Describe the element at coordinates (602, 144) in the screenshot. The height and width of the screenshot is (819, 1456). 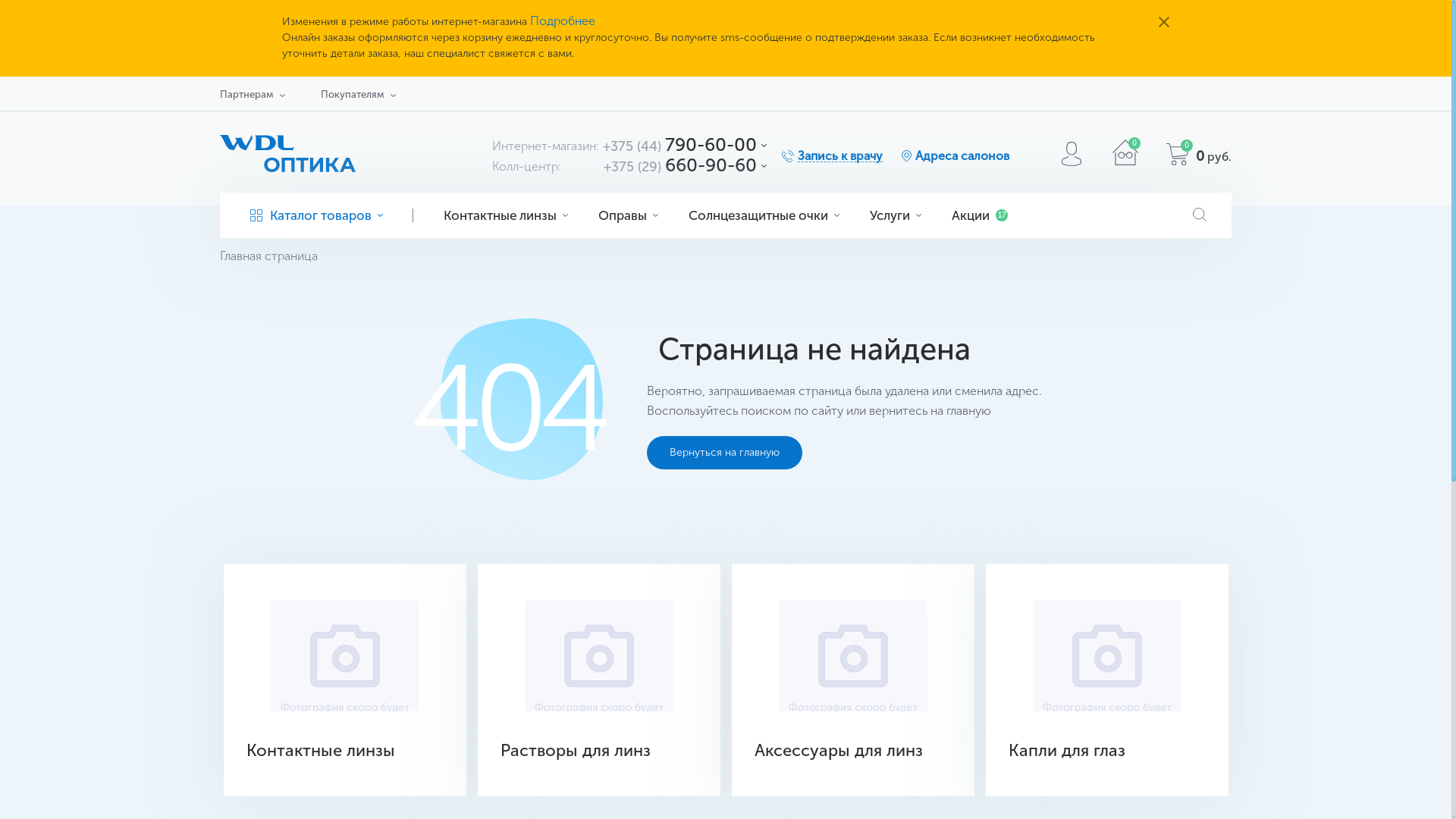
I see `'+375 (44) 790-60-00'` at that location.